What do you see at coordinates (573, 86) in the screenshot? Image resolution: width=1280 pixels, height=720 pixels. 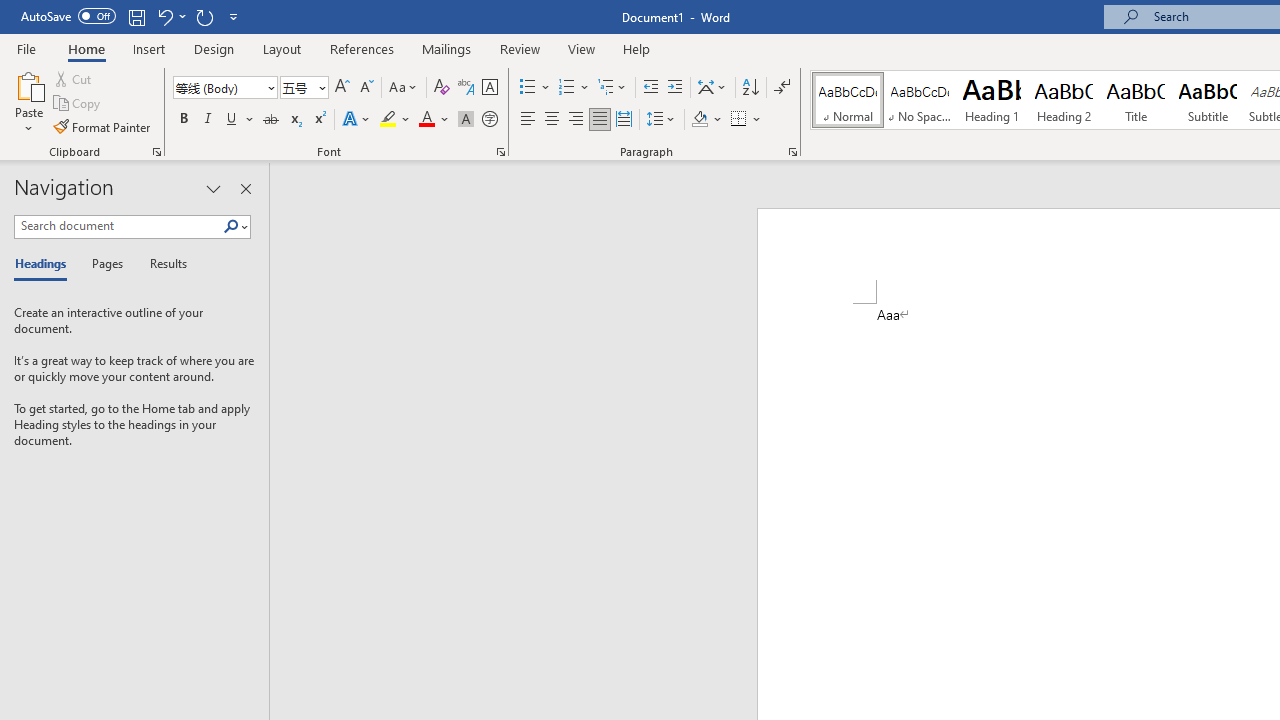 I see `'Numbering'` at bounding box center [573, 86].